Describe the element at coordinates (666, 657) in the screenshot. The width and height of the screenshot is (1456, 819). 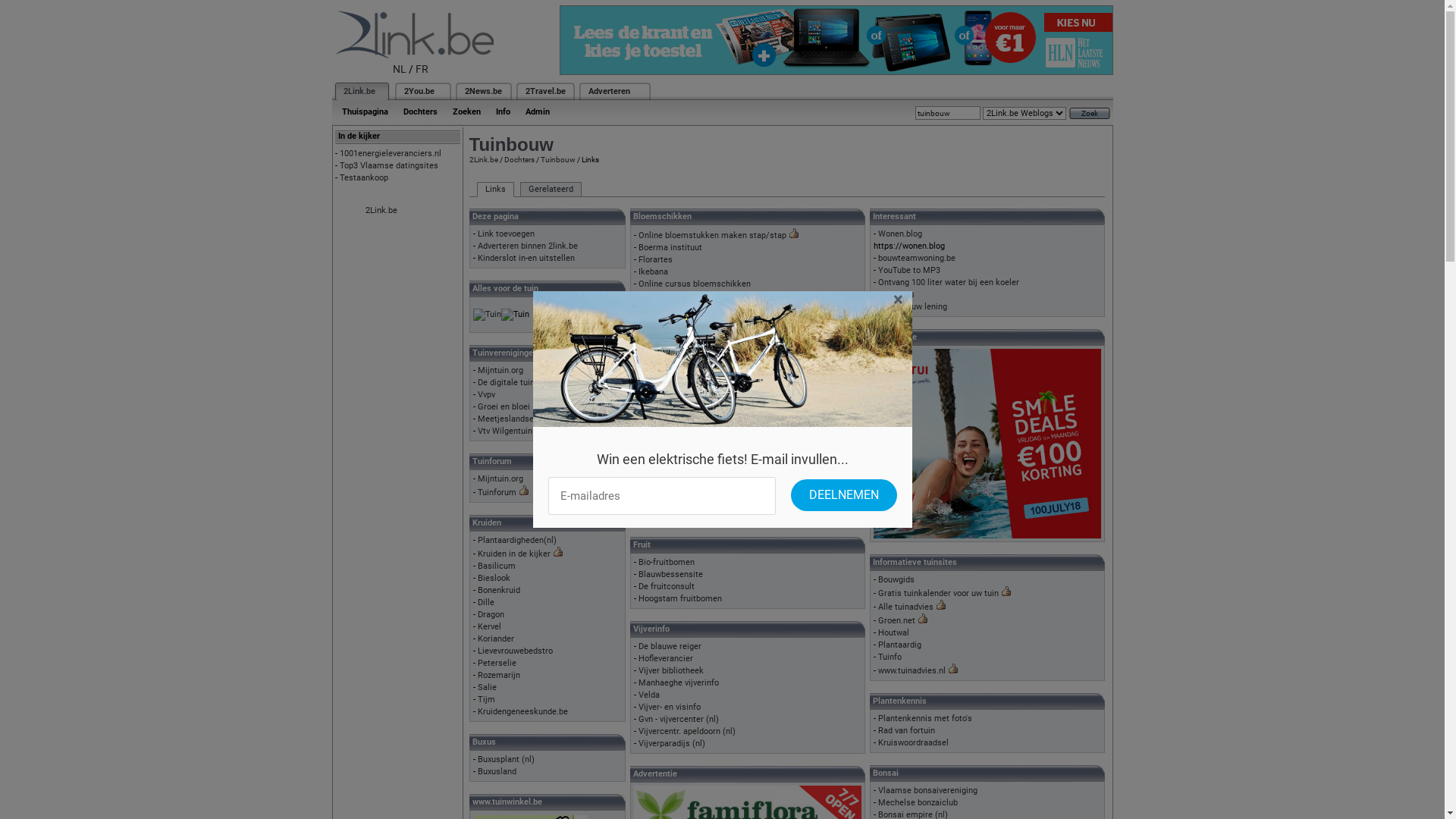
I see `'Hofleverancier'` at that location.